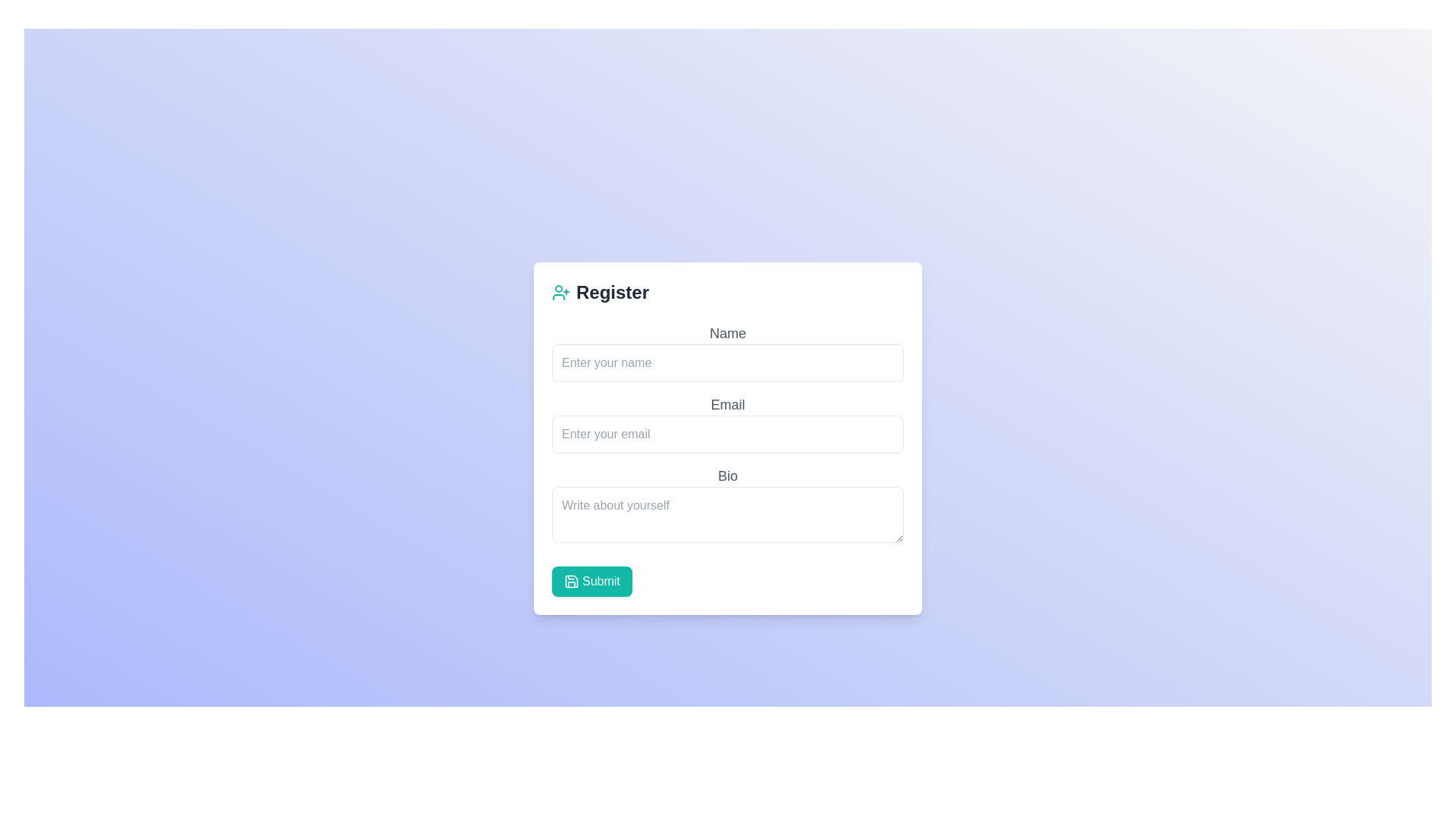  What do you see at coordinates (560, 292) in the screenshot?
I see `the teal-colored user icon with an addition symbol located at the far left of the 'Register' header` at bounding box center [560, 292].